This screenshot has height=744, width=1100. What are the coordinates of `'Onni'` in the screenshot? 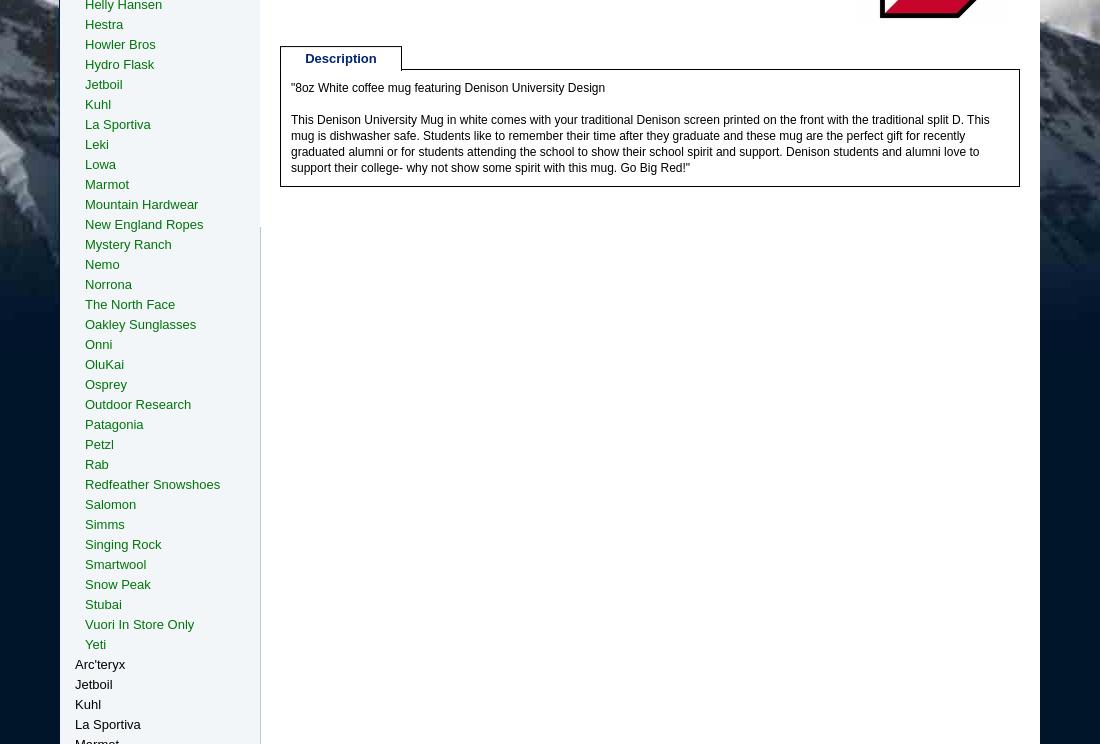 It's located at (85, 343).